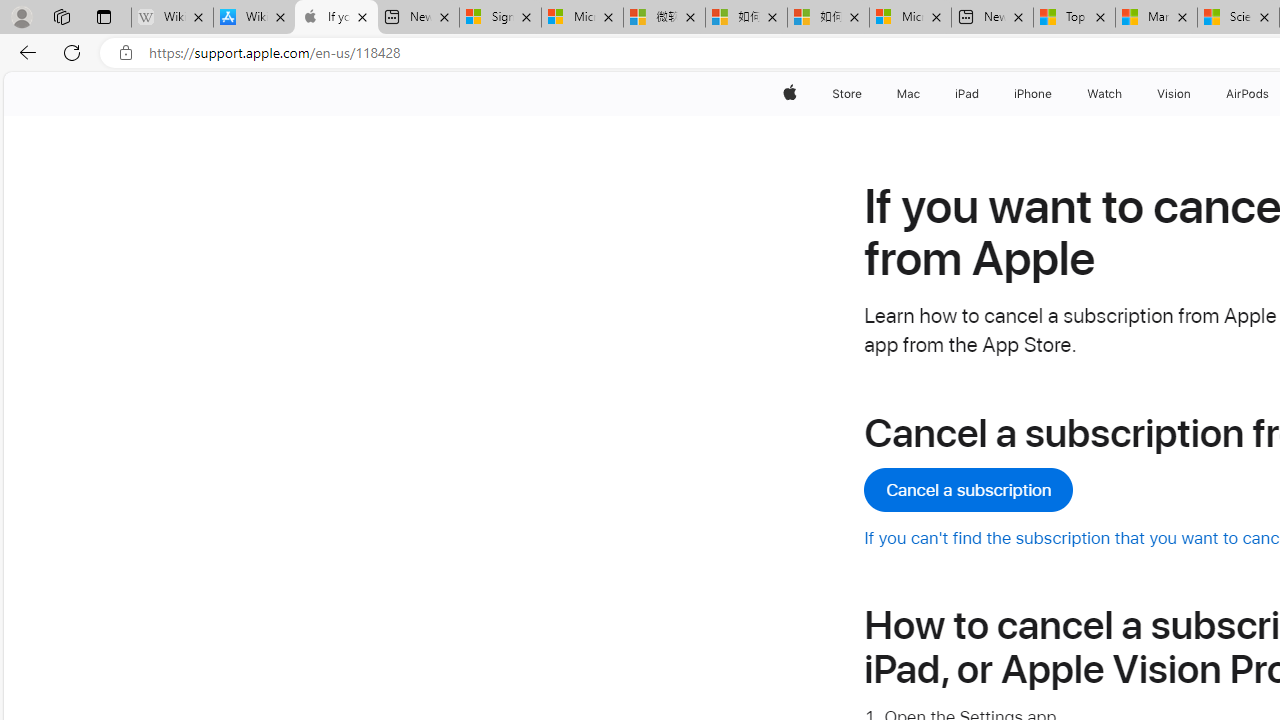  What do you see at coordinates (1247, 93) in the screenshot?
I see `'AirPods'` at bounding box center [1247, 93].